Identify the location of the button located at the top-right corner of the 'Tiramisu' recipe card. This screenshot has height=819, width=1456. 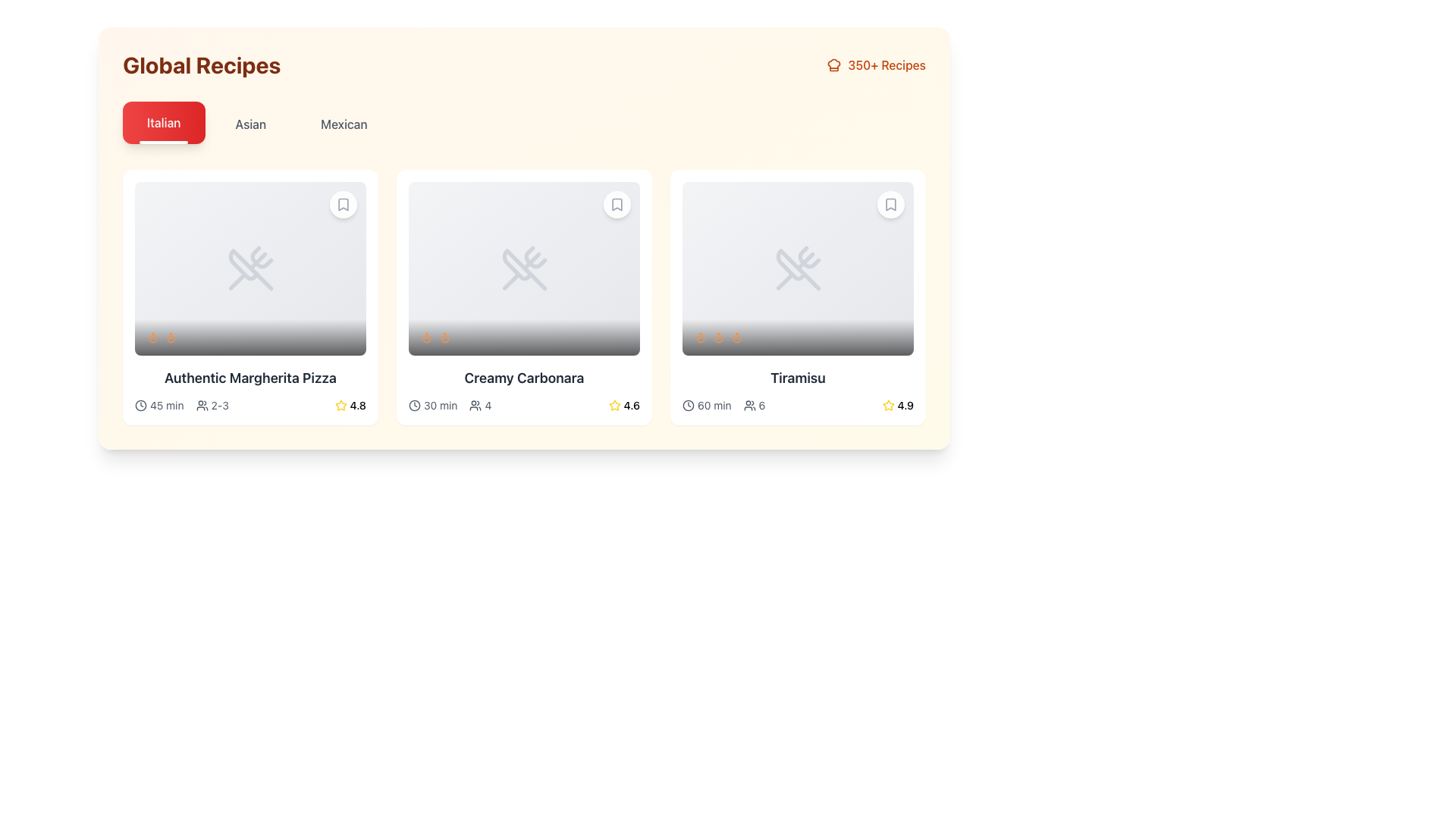
(891, 205).